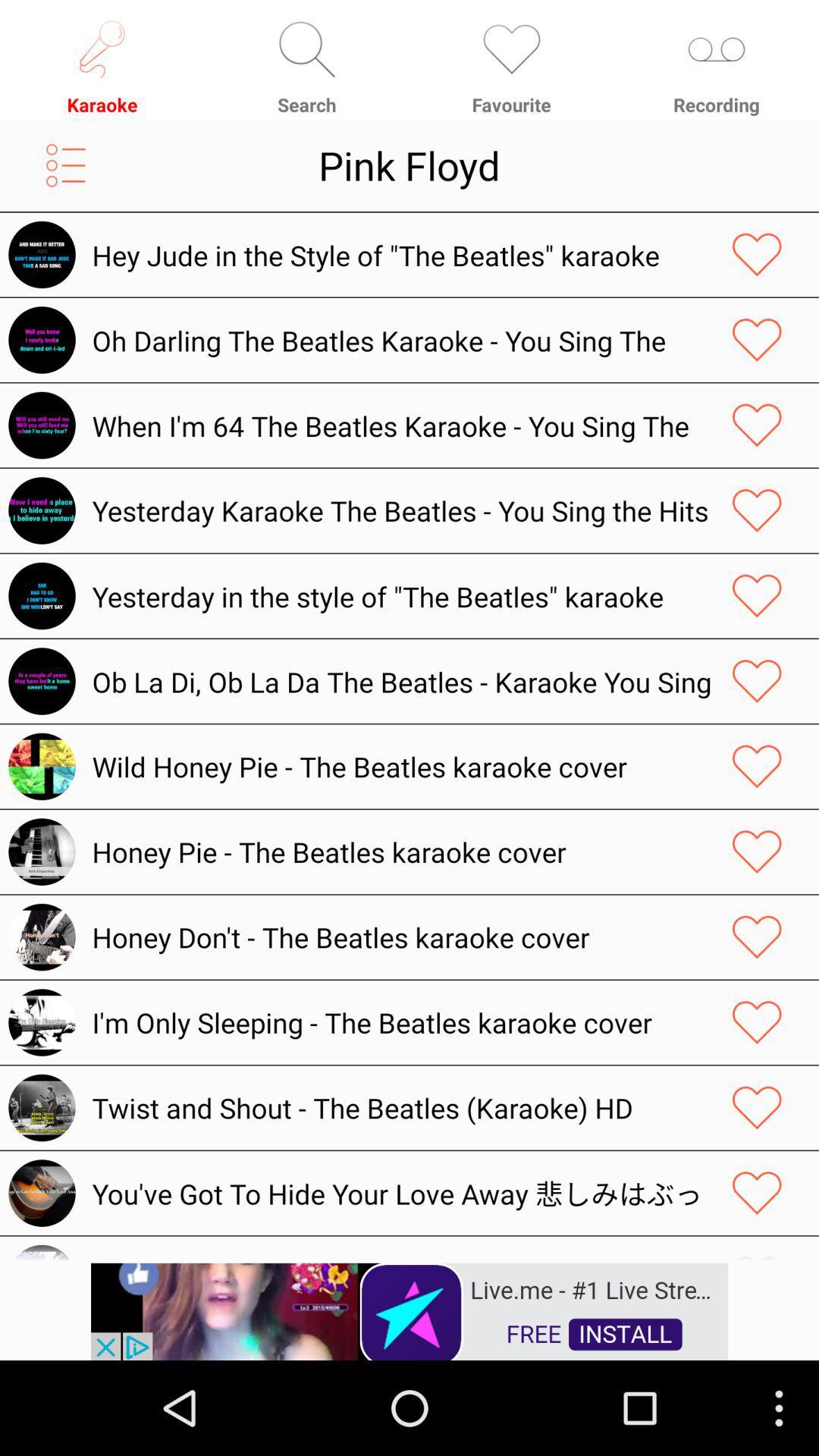 This screenshot has width=819, height=1456. Describe the element at coordinates (757, 255) in the screenshot. I see `to favorites` at that location.